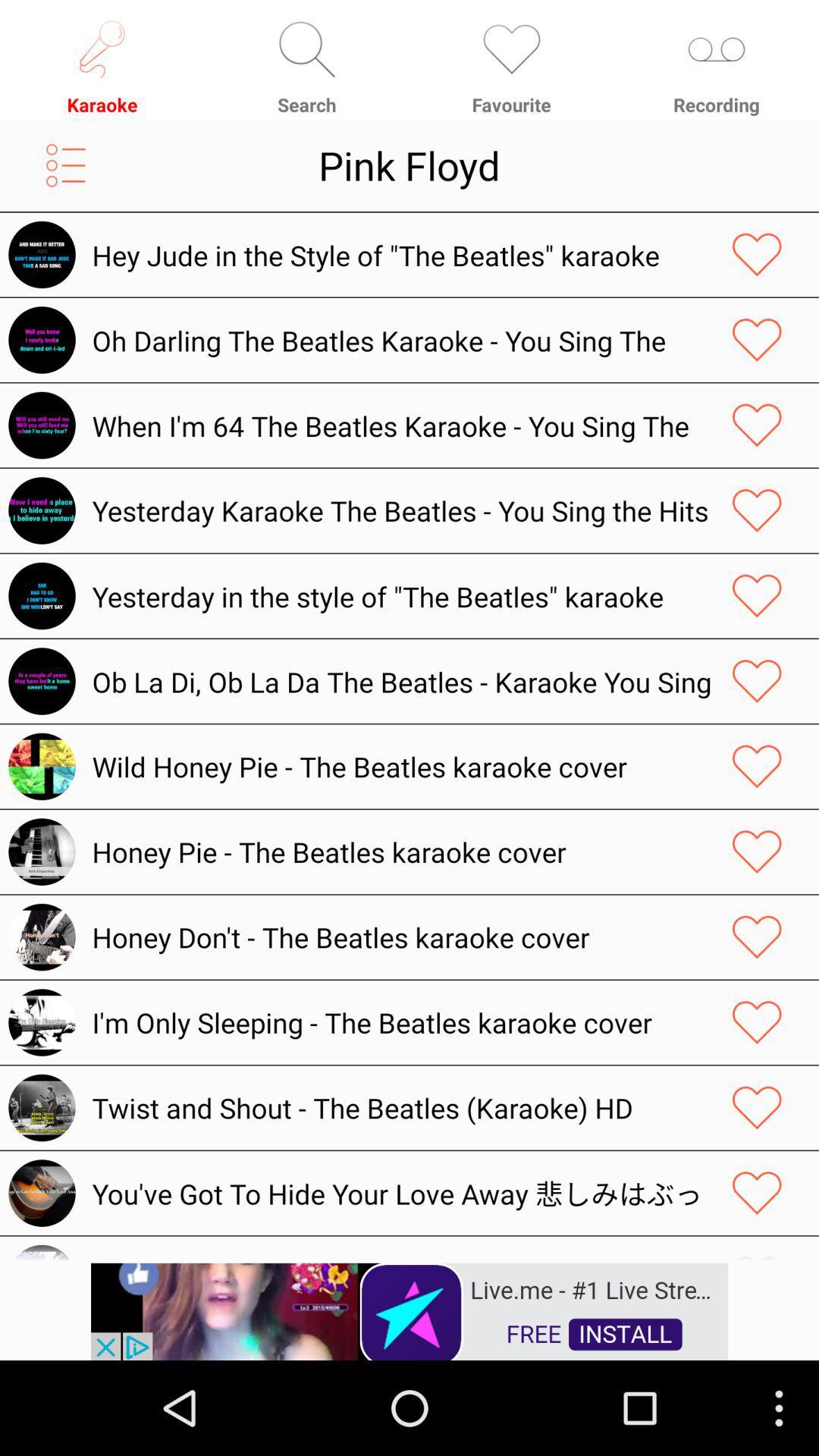 This screenshot has width=819, height=1456. Describe the element at coordinates (757, 255) in the screenshot. I see `to favorites` at that location.